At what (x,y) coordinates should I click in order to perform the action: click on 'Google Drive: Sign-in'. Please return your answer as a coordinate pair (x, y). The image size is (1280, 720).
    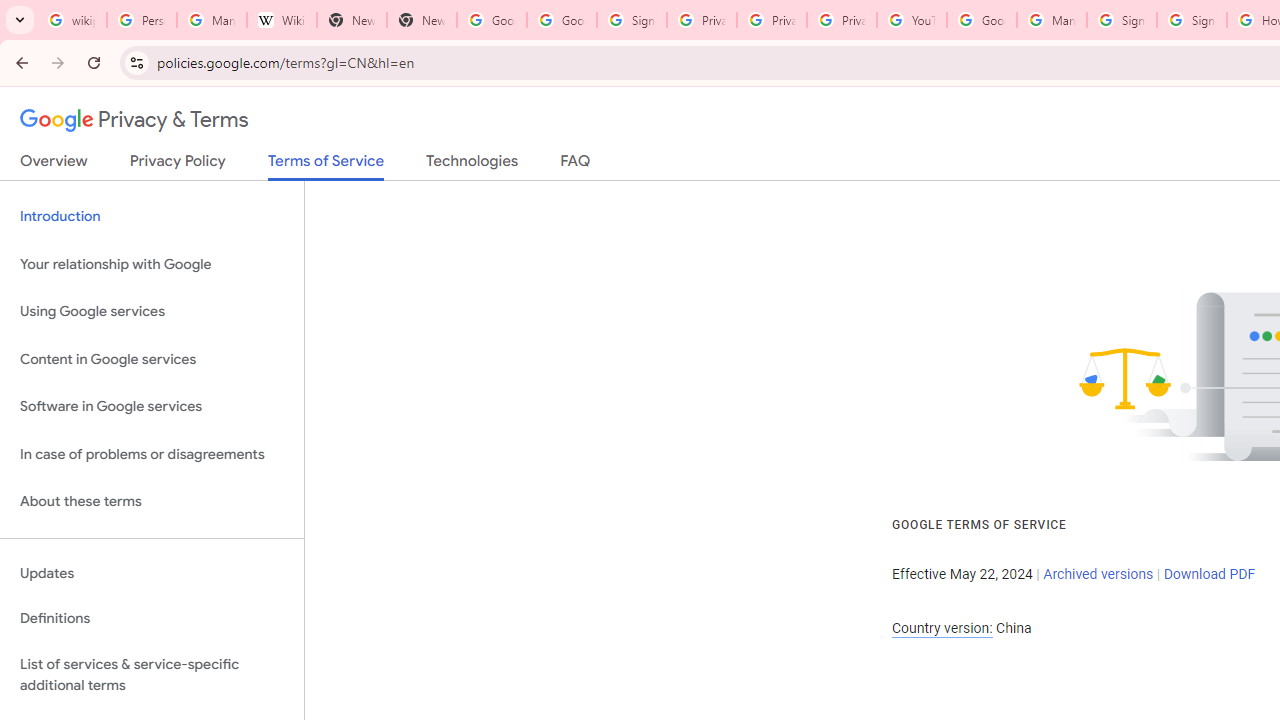
    Looking at the image, I should click on (560, 20).